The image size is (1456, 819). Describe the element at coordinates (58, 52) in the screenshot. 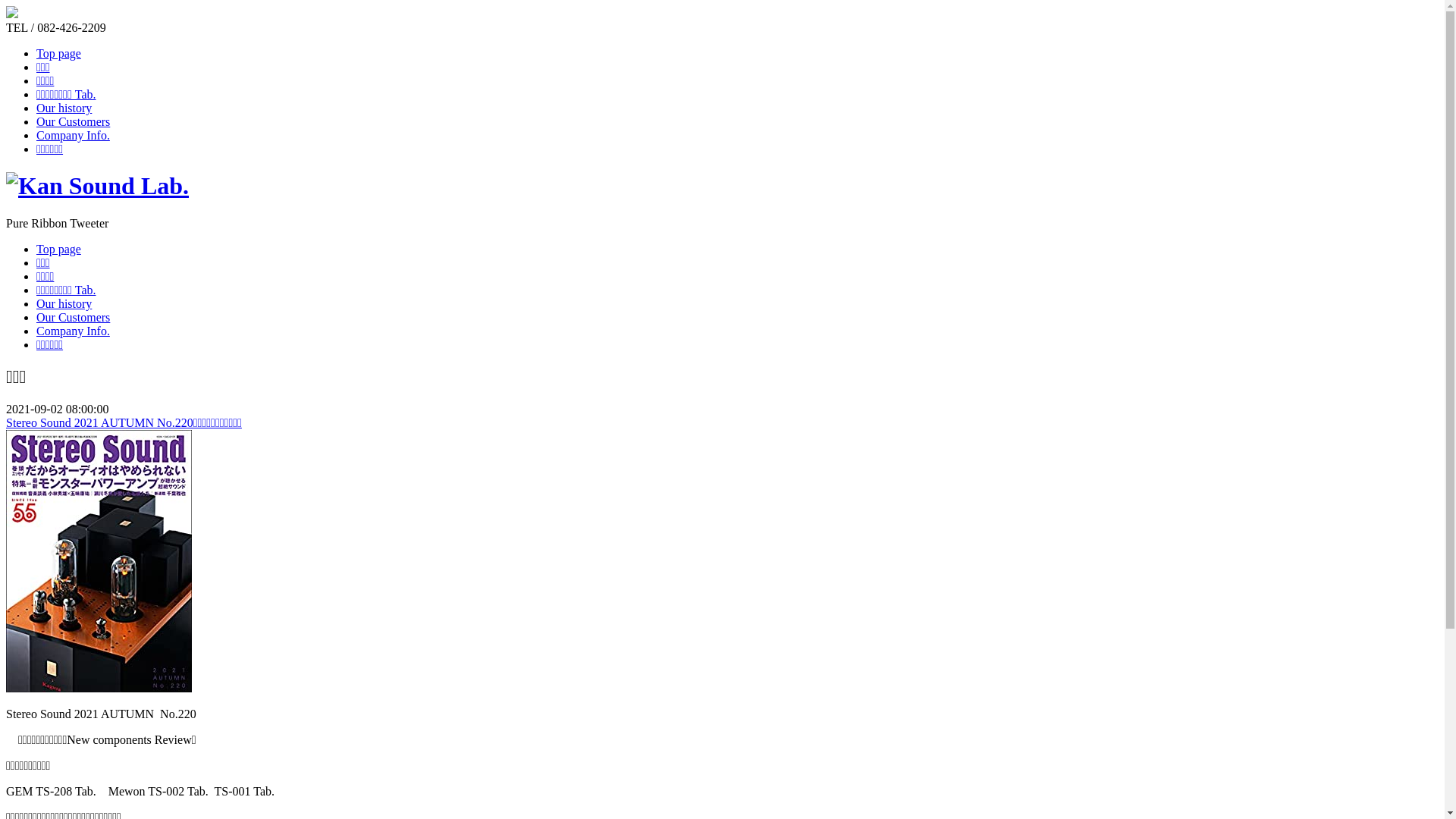

I see `'Top page'` at that location.